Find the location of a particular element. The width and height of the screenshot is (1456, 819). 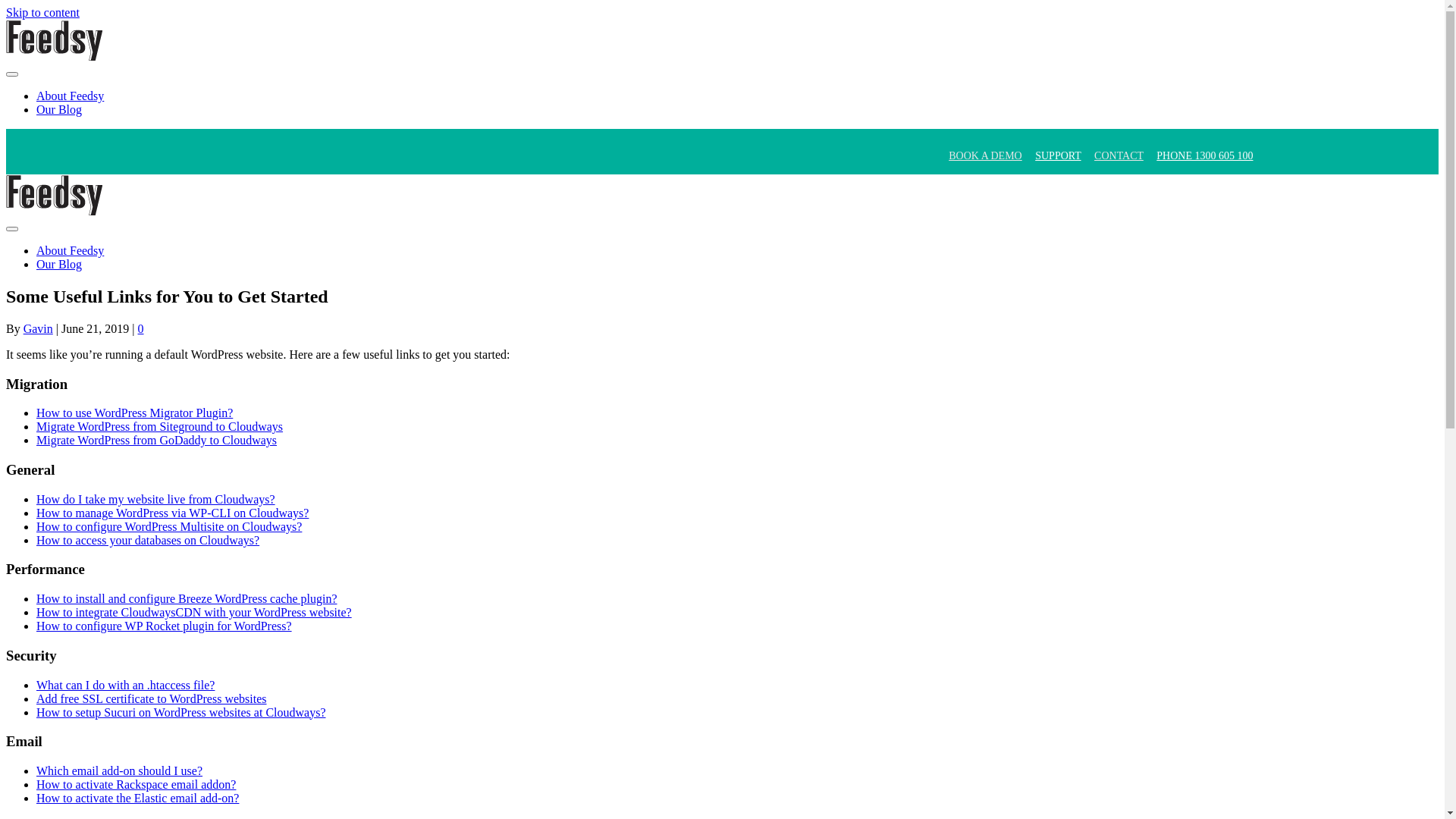

'How to use WordPress Migrator Plugin?' is located at coordinates (134, 413).